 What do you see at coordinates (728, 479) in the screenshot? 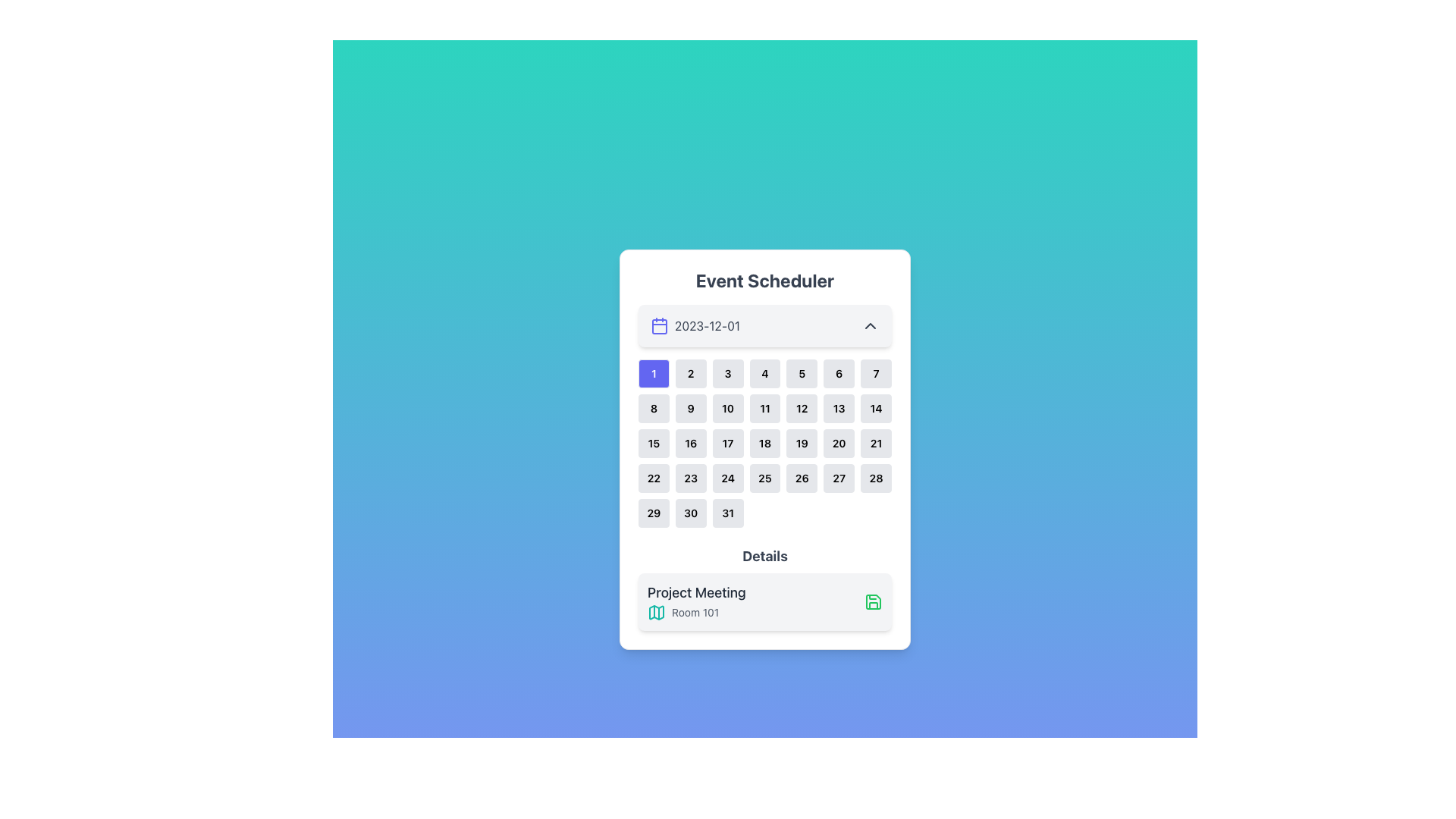
I see `the date selector button for the 24th of the month located in the fourth row and fourth column of the calendar grid` at bounding box center [728, 479].